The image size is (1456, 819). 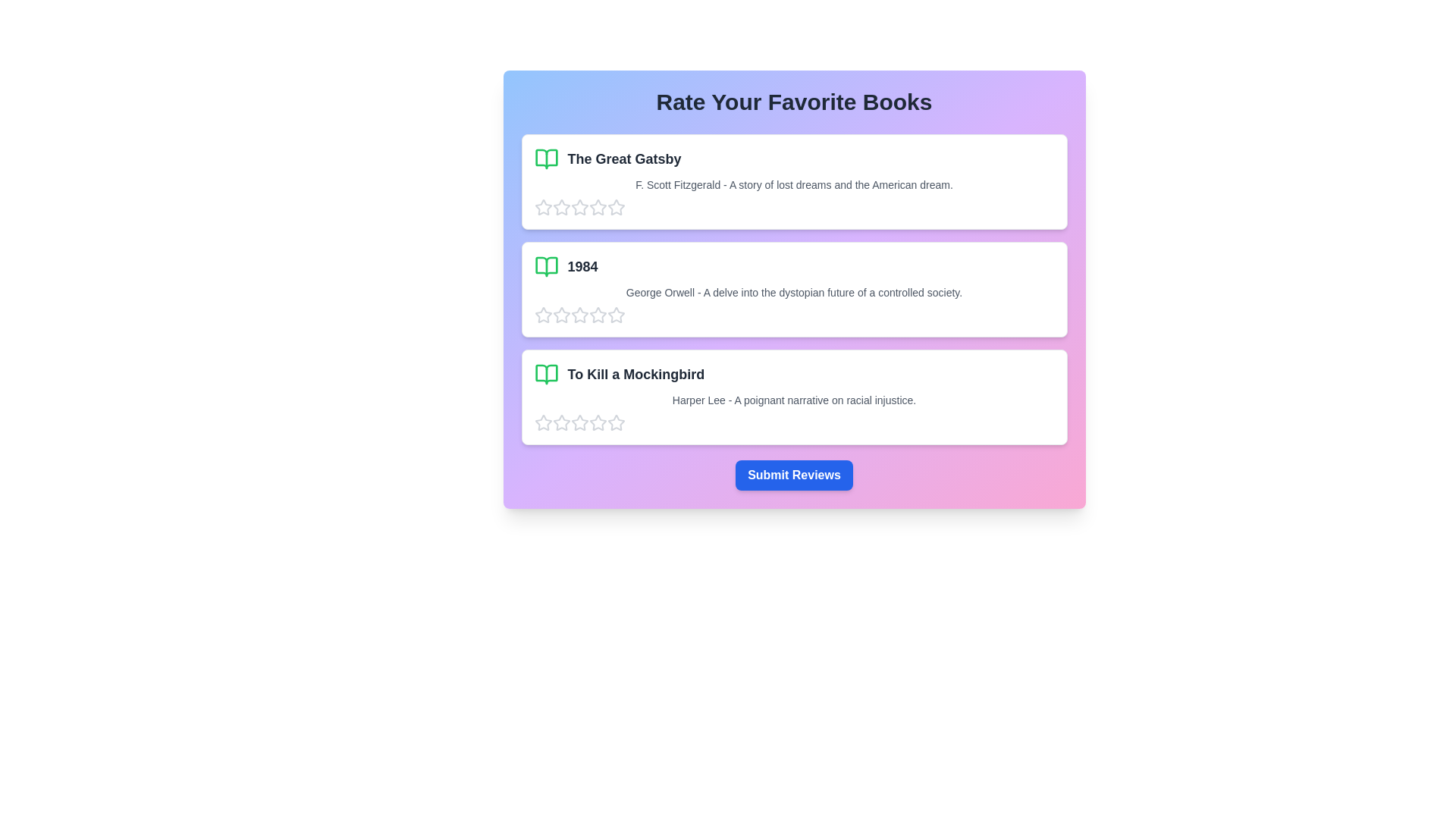 What do you see at coordinates (579, 423) in the screenshot?
I see `the star corresponding to 3 for the book titled To Kill a Mockingbird` at bounding box center [579, 423].